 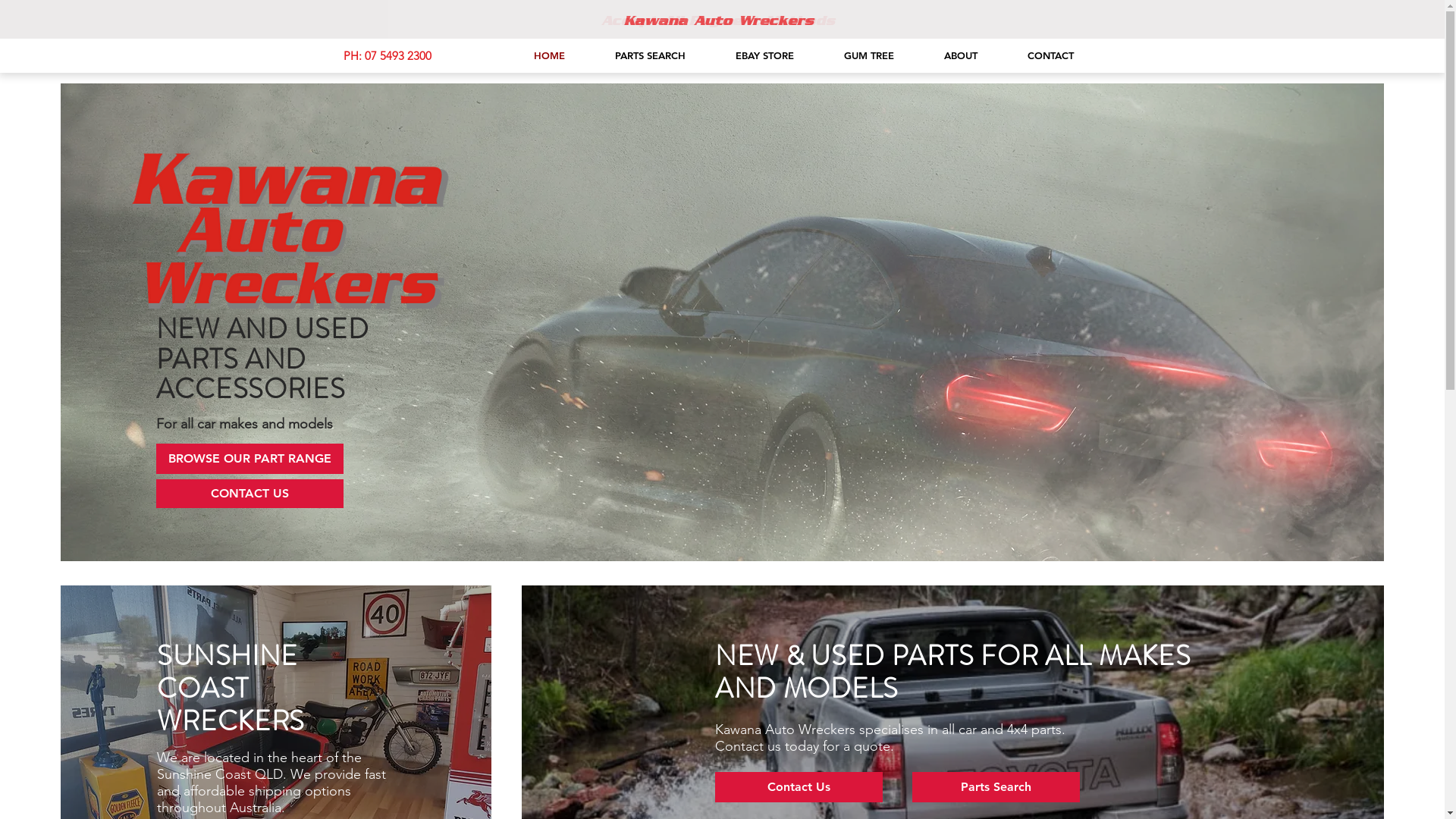 What do you see at coordinates (996, 786) in the screenshot?
I see `'Parts Search'` at bounding box center [996, 786].